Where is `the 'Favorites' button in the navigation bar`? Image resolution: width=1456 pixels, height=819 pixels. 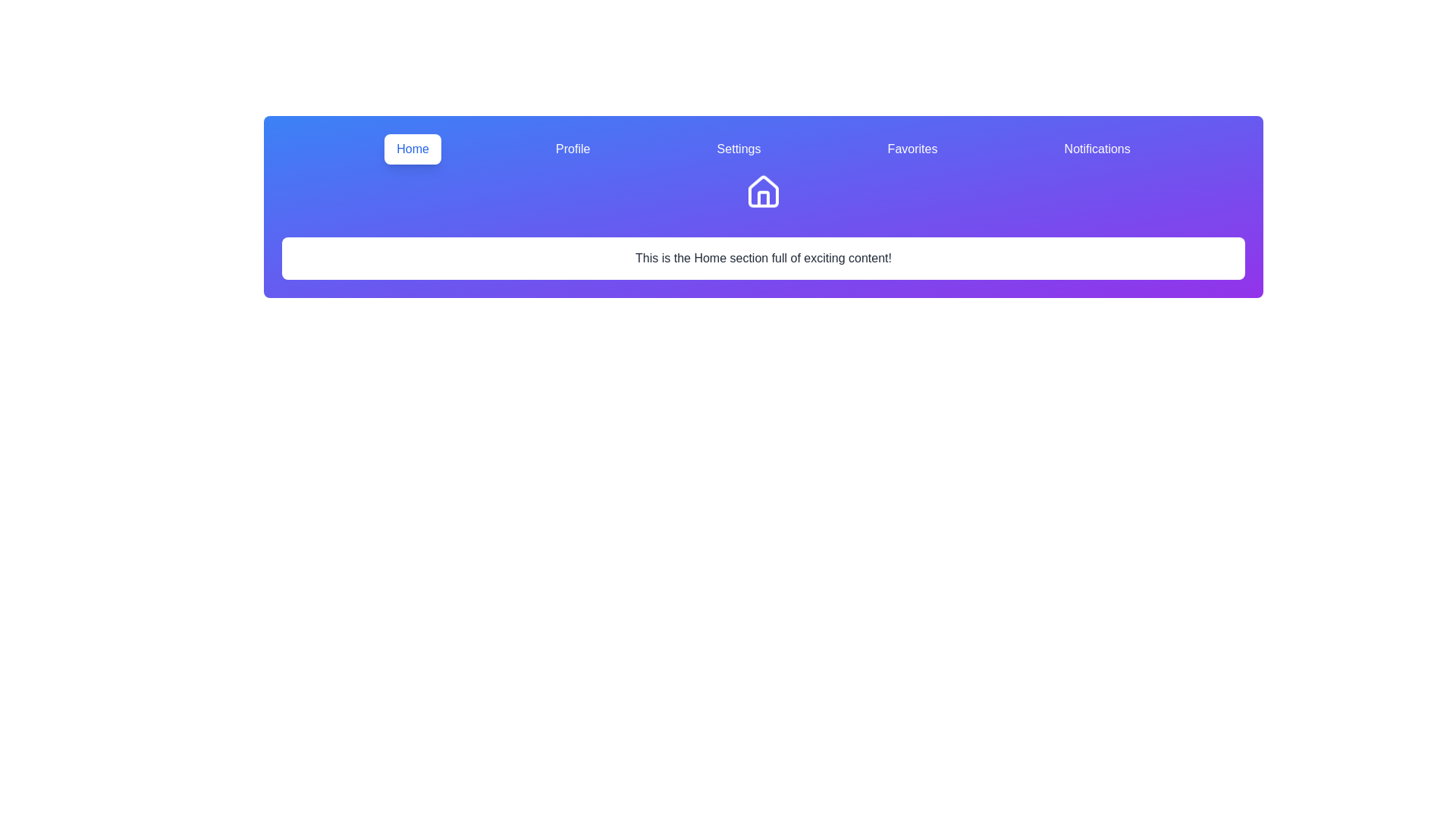
the 'Favorites' button in the navigation bar is located at coordinates (912, 149).